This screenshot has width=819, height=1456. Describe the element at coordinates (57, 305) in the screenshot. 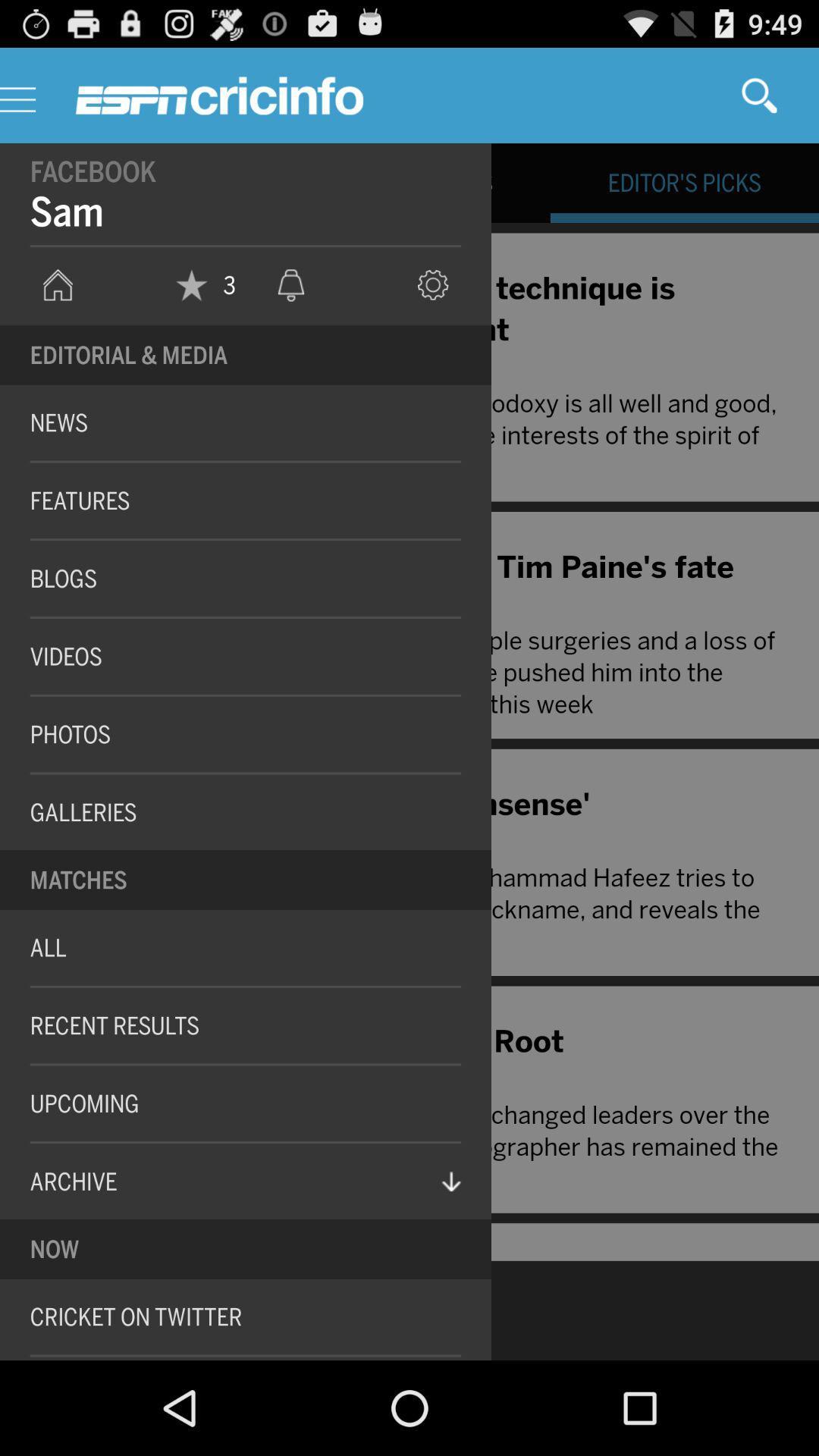

I see `the home icon` at that location.